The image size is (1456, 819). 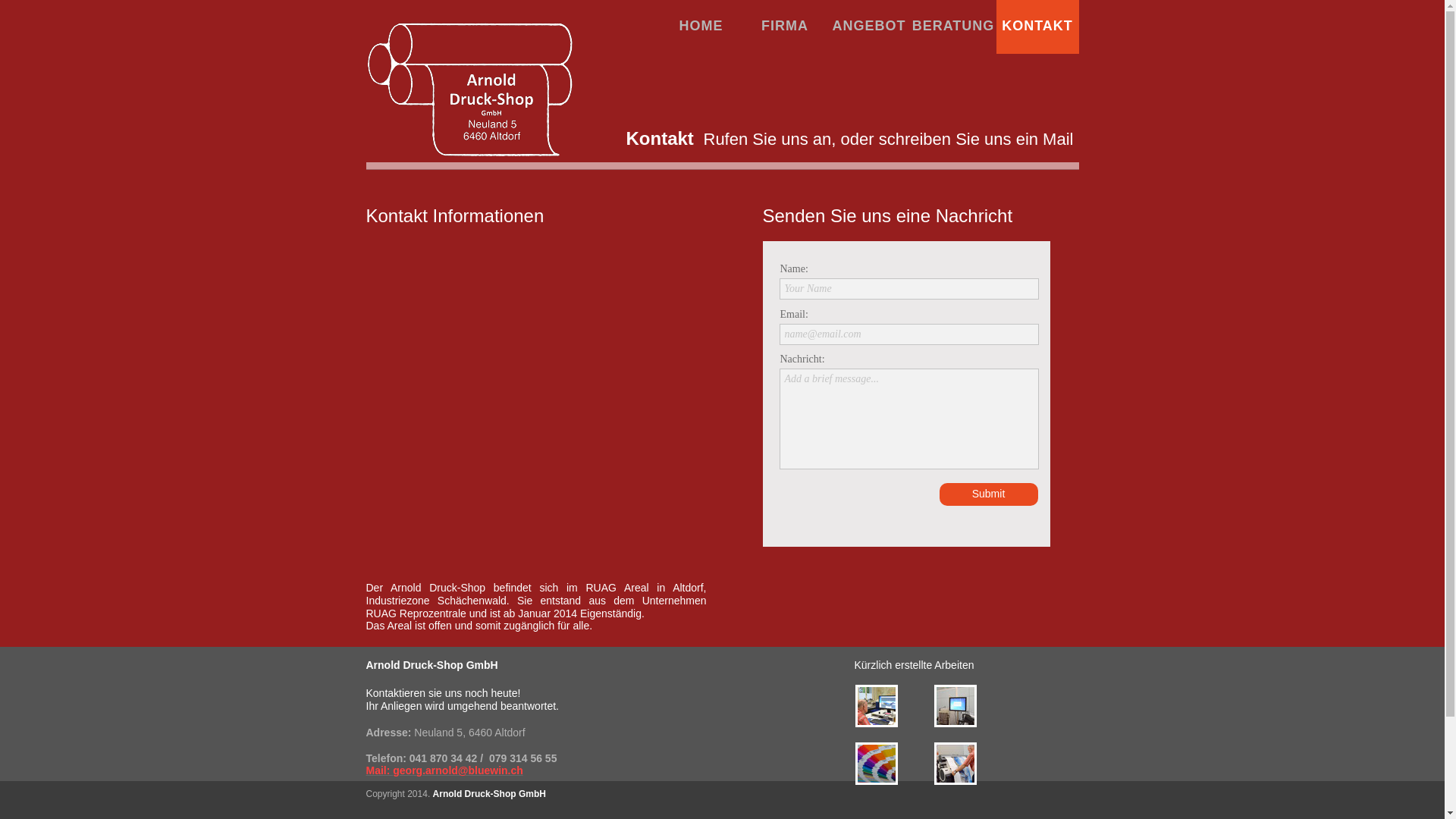 I want to click on 'Submit', so click(x=938, y=494).